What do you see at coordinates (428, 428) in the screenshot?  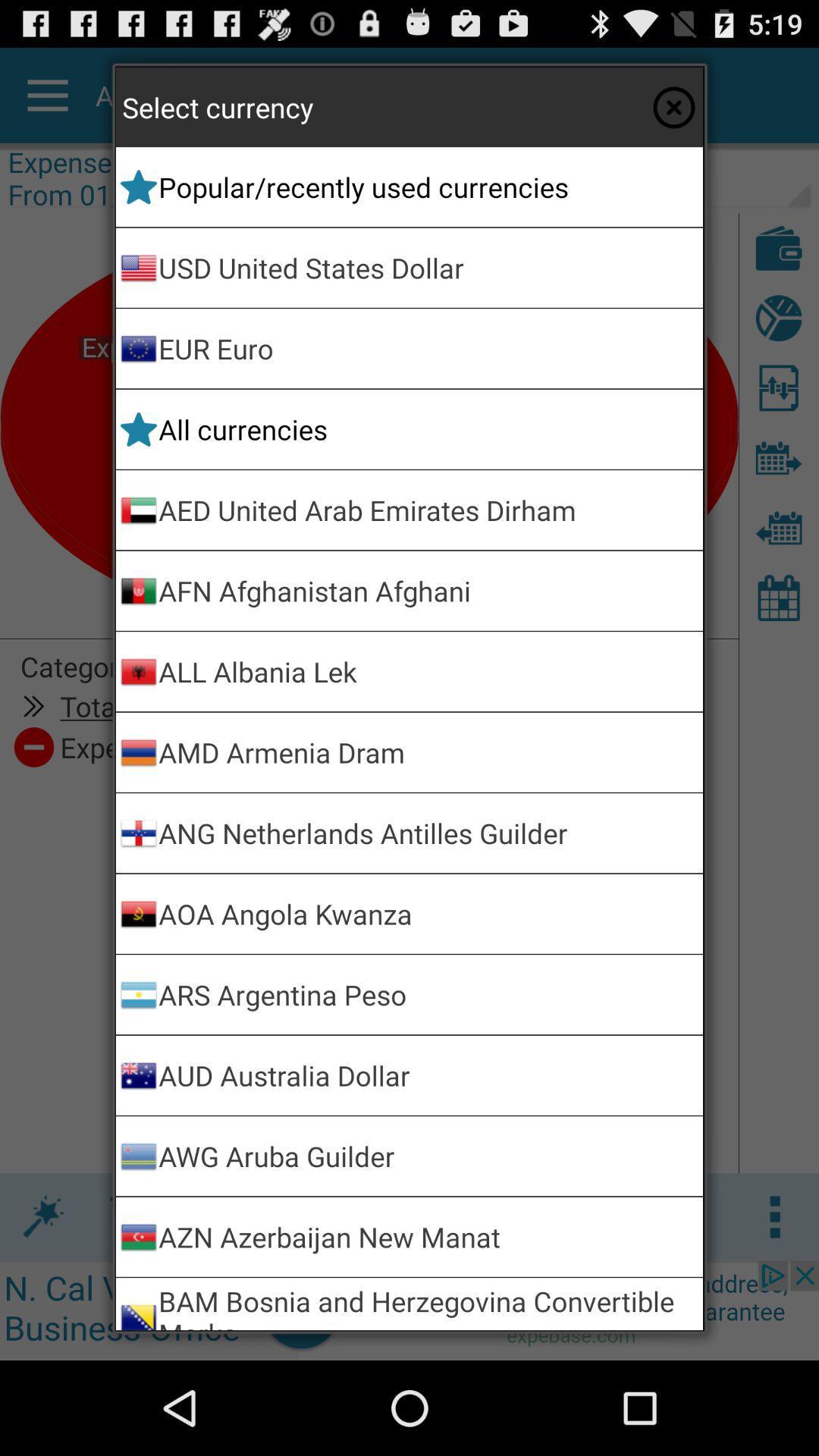 I see `the all currencies icon` at bounding box center [428, 428].